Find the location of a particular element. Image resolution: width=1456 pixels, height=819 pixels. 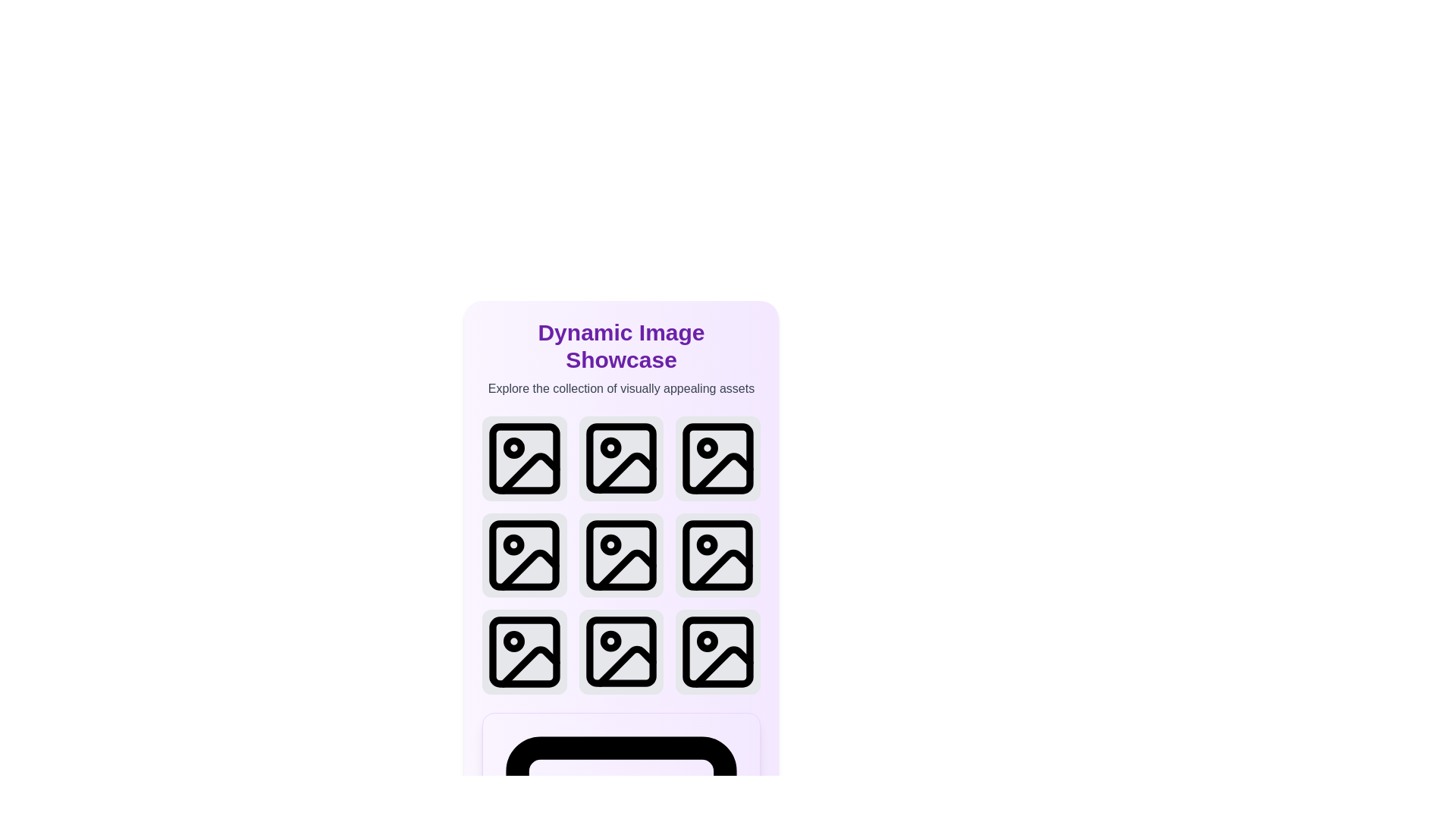

the small rectangle with slightly rounded corners located in the top-left corner of the image icon is located at coordinates (524, 457).